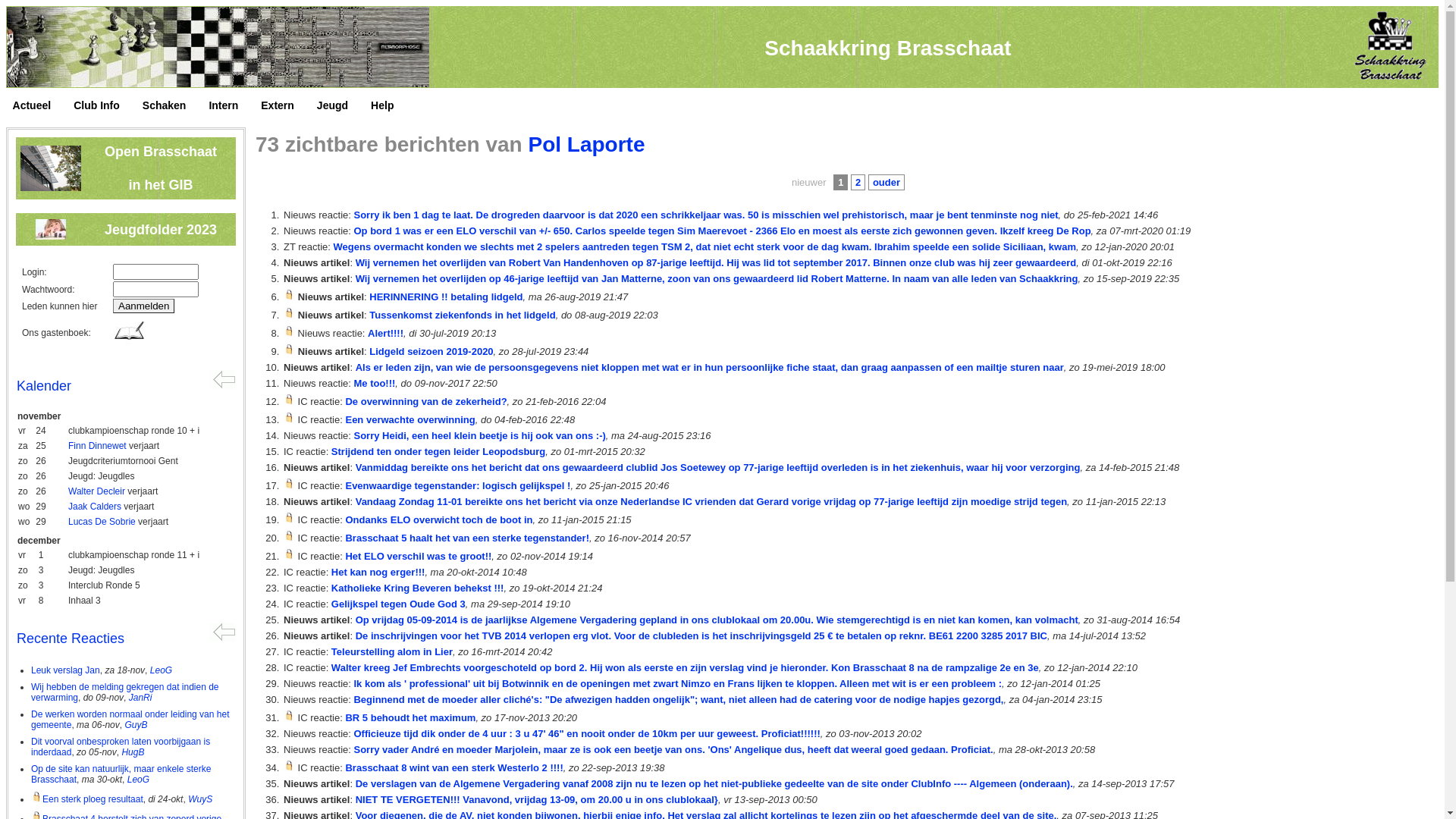  I want to click on 'deel van Escher's Metamorfose II', so click(7, 45).